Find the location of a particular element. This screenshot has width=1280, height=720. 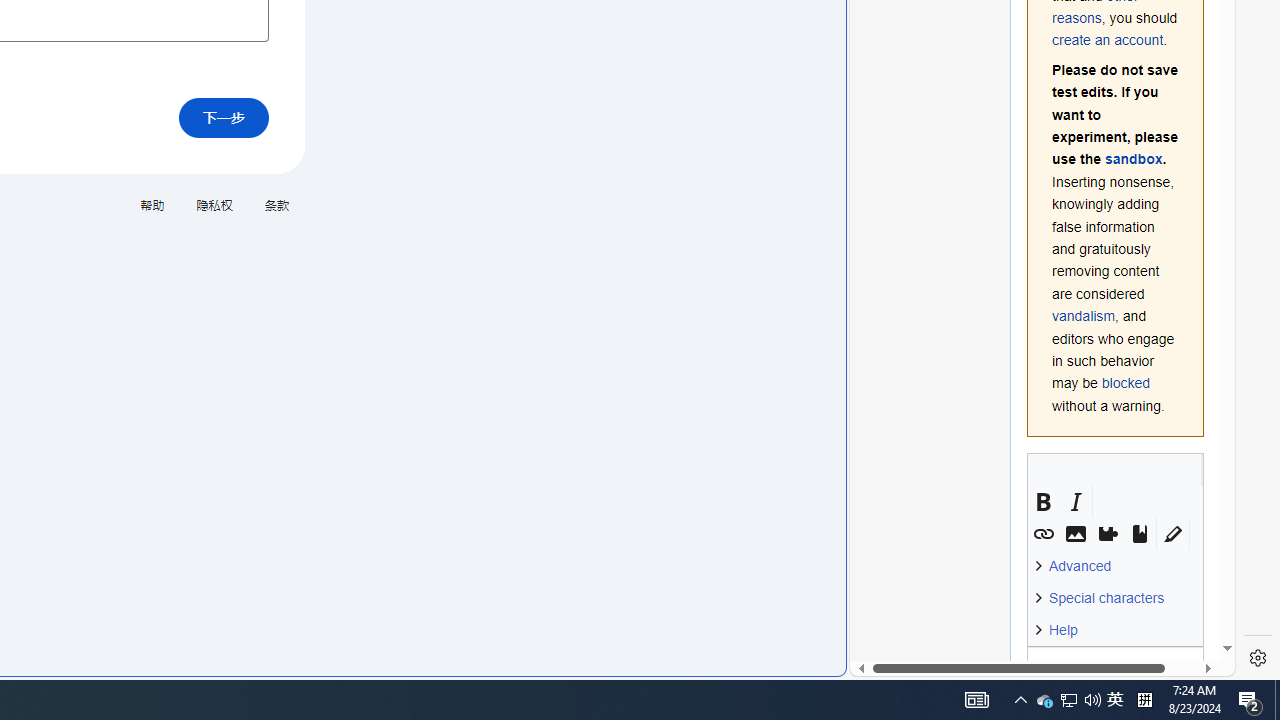

'create an account' is located at coordinates (1106, 40).